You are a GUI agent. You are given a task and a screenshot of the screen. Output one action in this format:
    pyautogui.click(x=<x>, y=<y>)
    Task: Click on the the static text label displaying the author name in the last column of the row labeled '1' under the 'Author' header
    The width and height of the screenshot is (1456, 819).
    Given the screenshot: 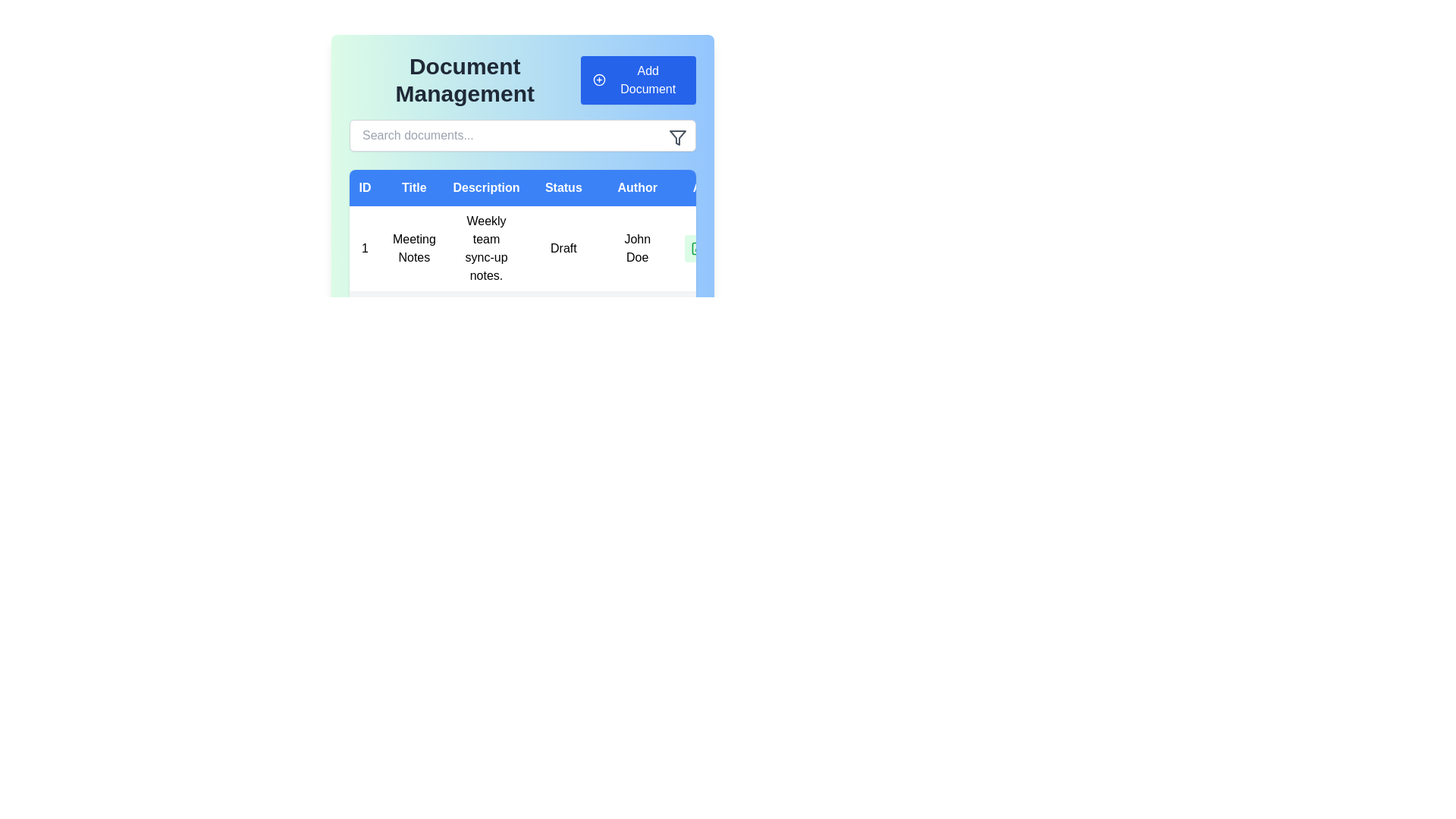 What is the action you would take?
    pyautogui.click(x=637, y=247)
    